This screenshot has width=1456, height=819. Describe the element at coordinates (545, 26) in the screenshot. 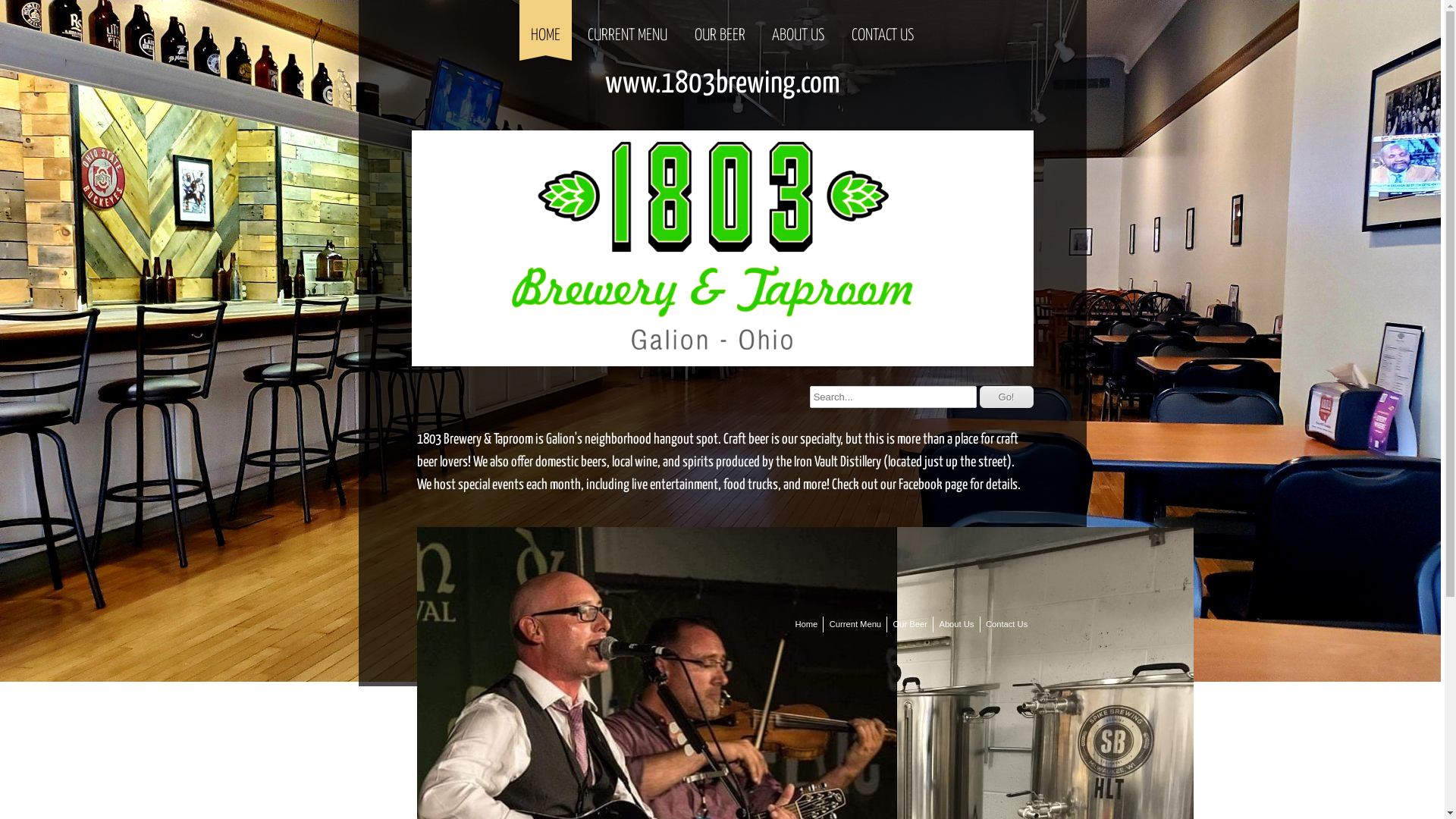

I see `'HOME'` at that location.